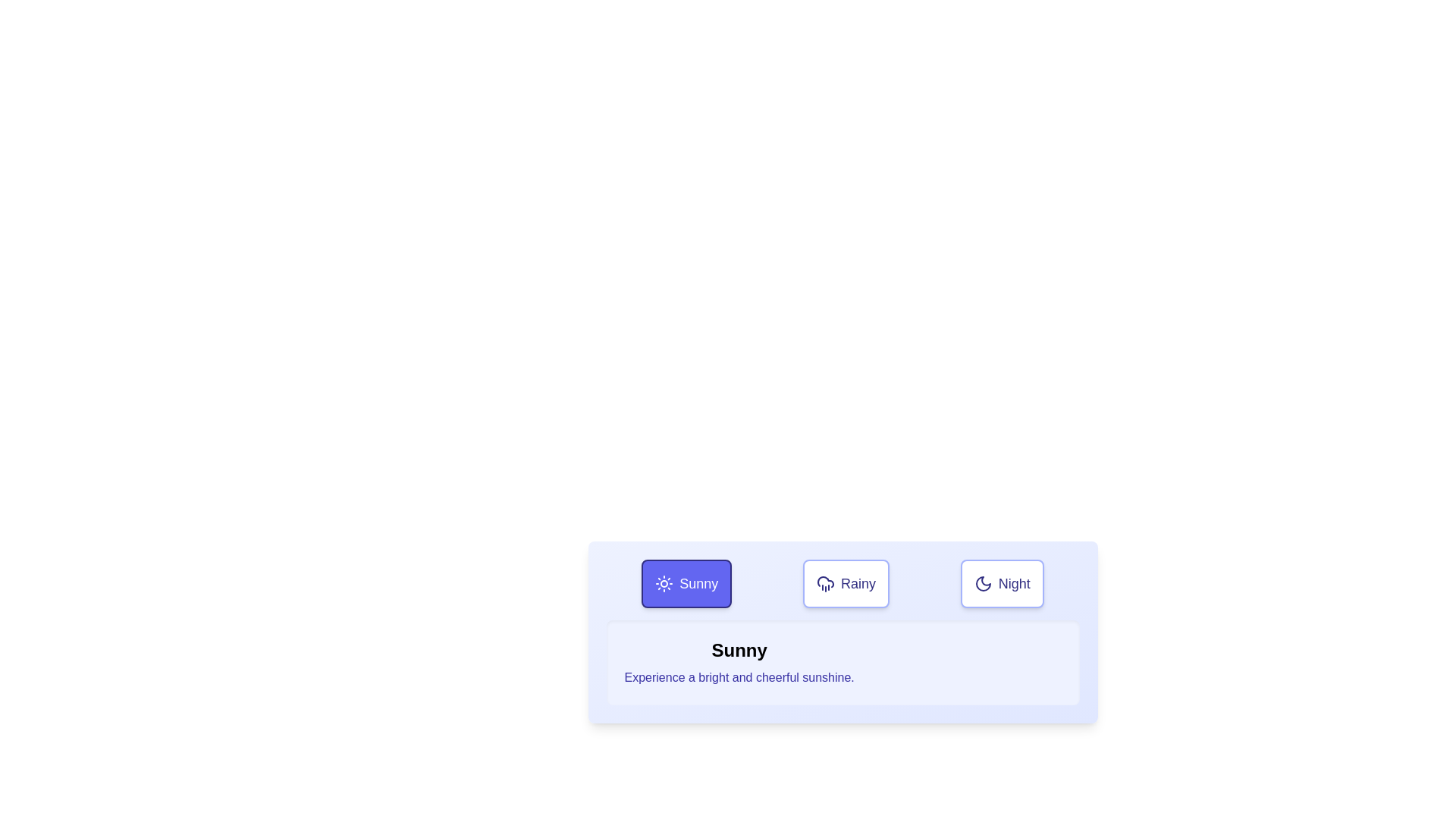  Describe the element at coordinates (739, 677) in the screenshot. I see `the text snippet stating "Experience a bright and cheerful sunshine." which is located below the bold title "Sunny" in an indigo-colored font on a light background` at that location.